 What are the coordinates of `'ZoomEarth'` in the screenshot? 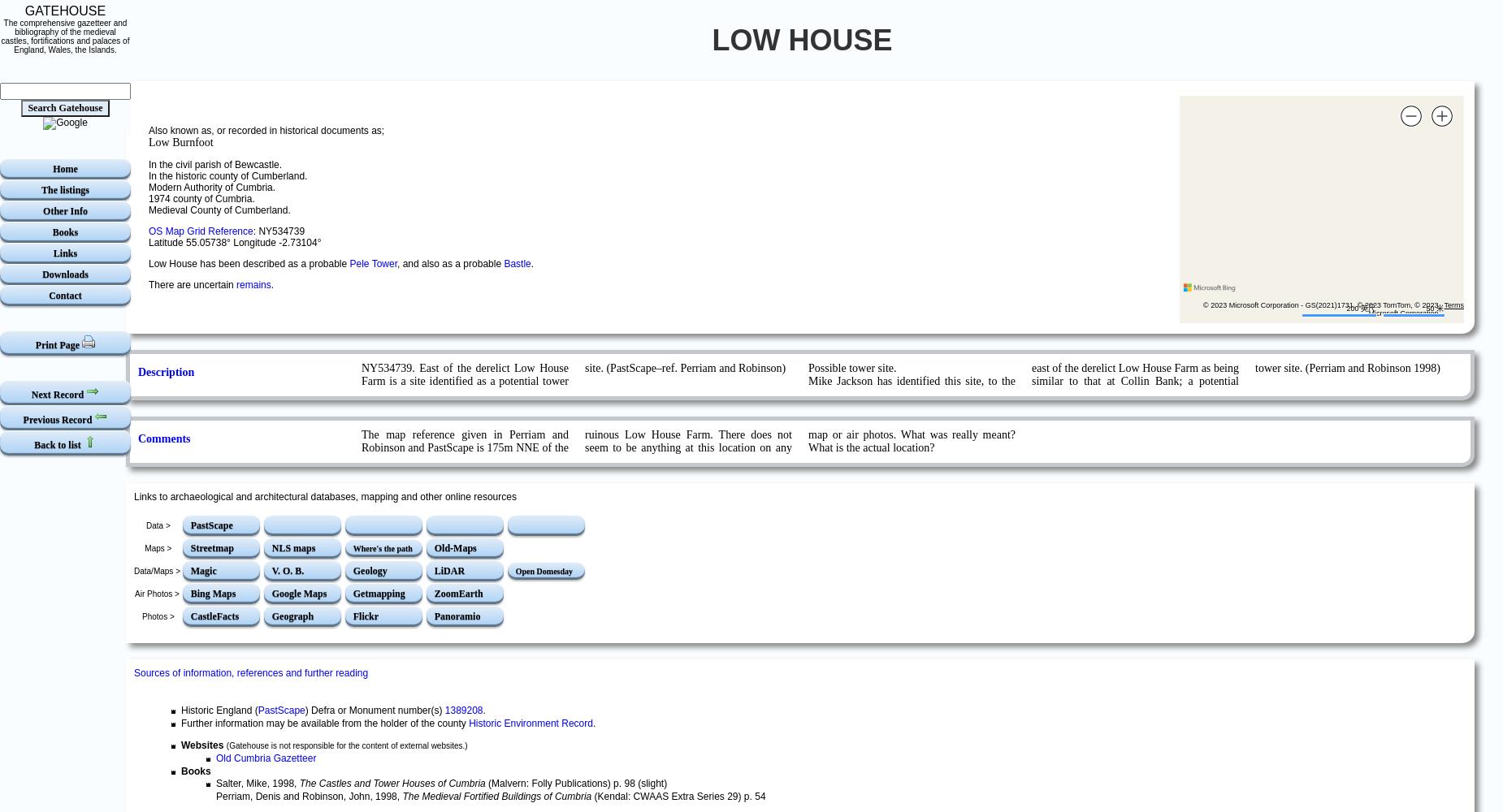 It's located at (458, 593).